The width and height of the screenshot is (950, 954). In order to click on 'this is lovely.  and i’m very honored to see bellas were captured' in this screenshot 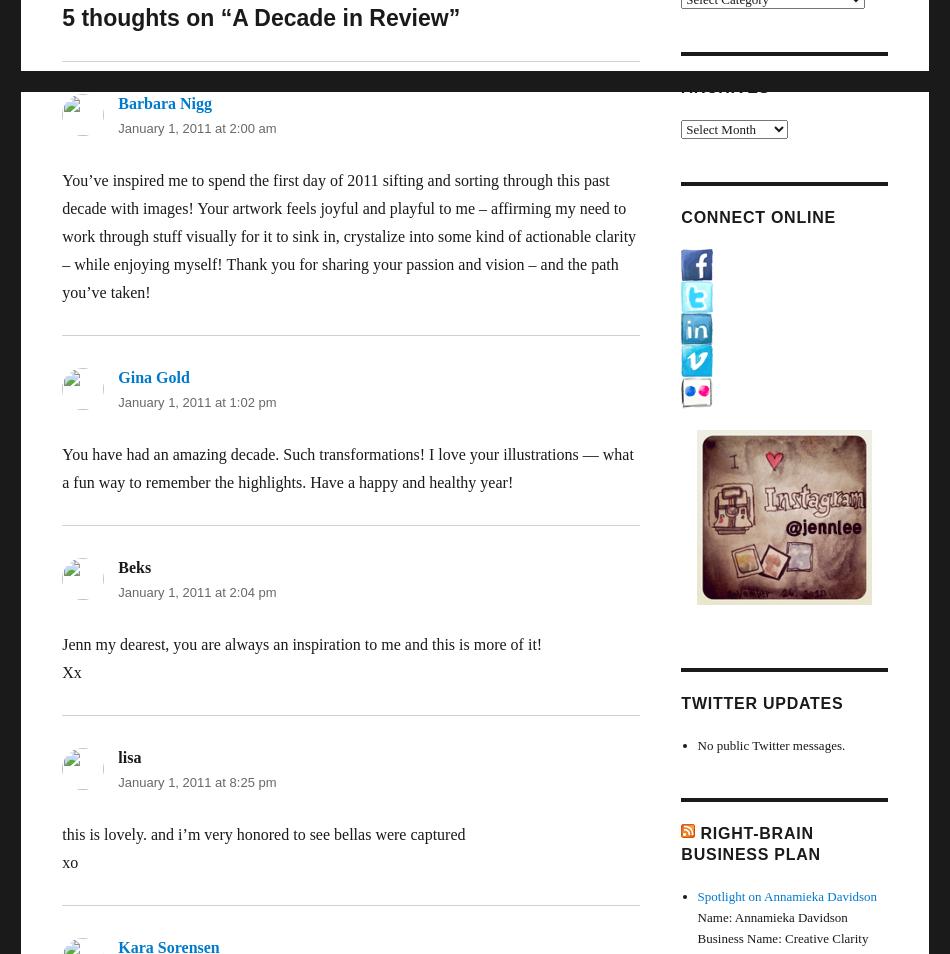, I will do `click(262, 834)`.